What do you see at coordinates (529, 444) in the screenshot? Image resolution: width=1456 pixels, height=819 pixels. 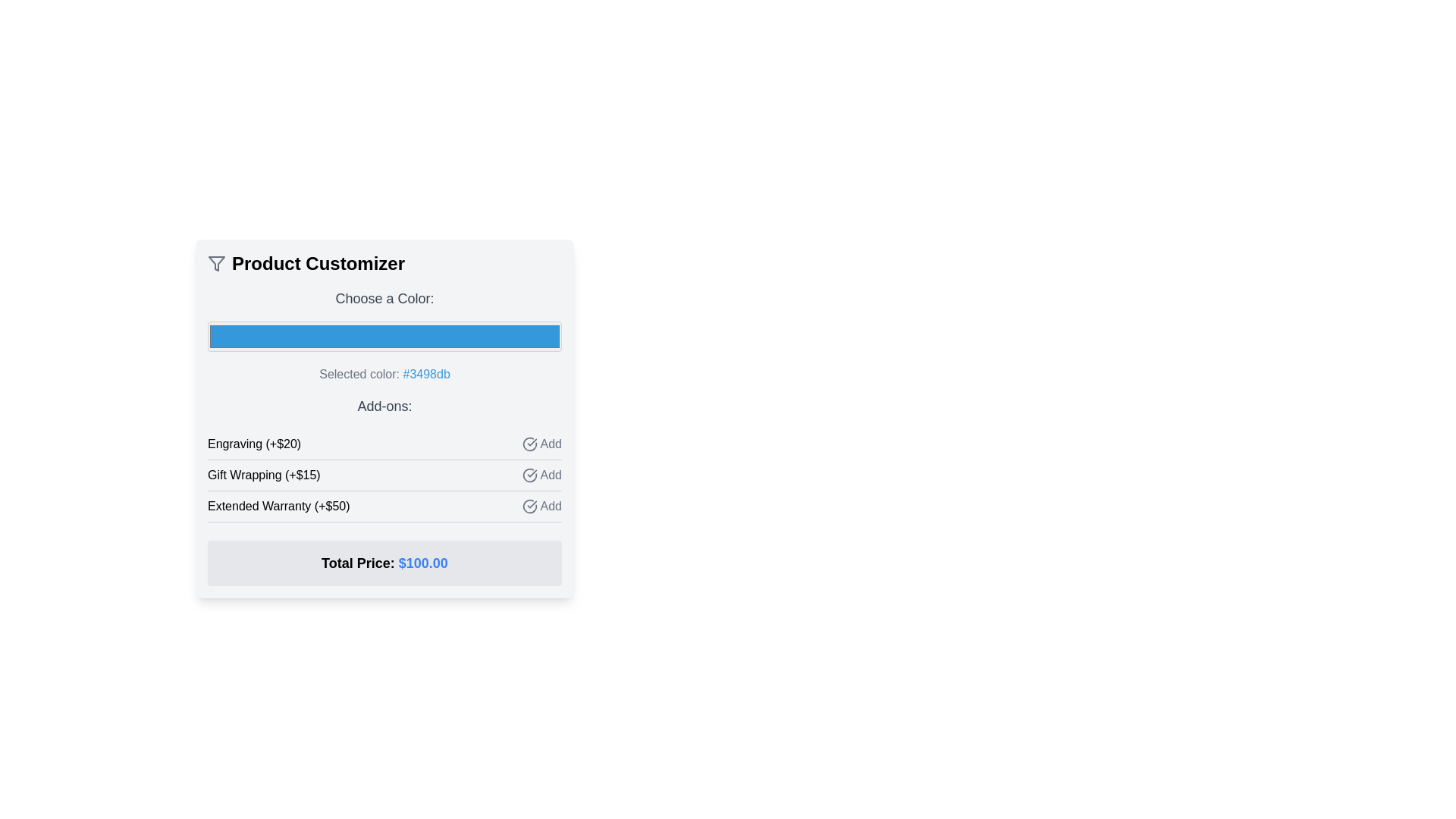 I see `the Checkmark icon located at the far right of the first row in the add-on section for 'Engraving (+$20)', indicating a confirmation or completion action` at bounding box center [529, 444].